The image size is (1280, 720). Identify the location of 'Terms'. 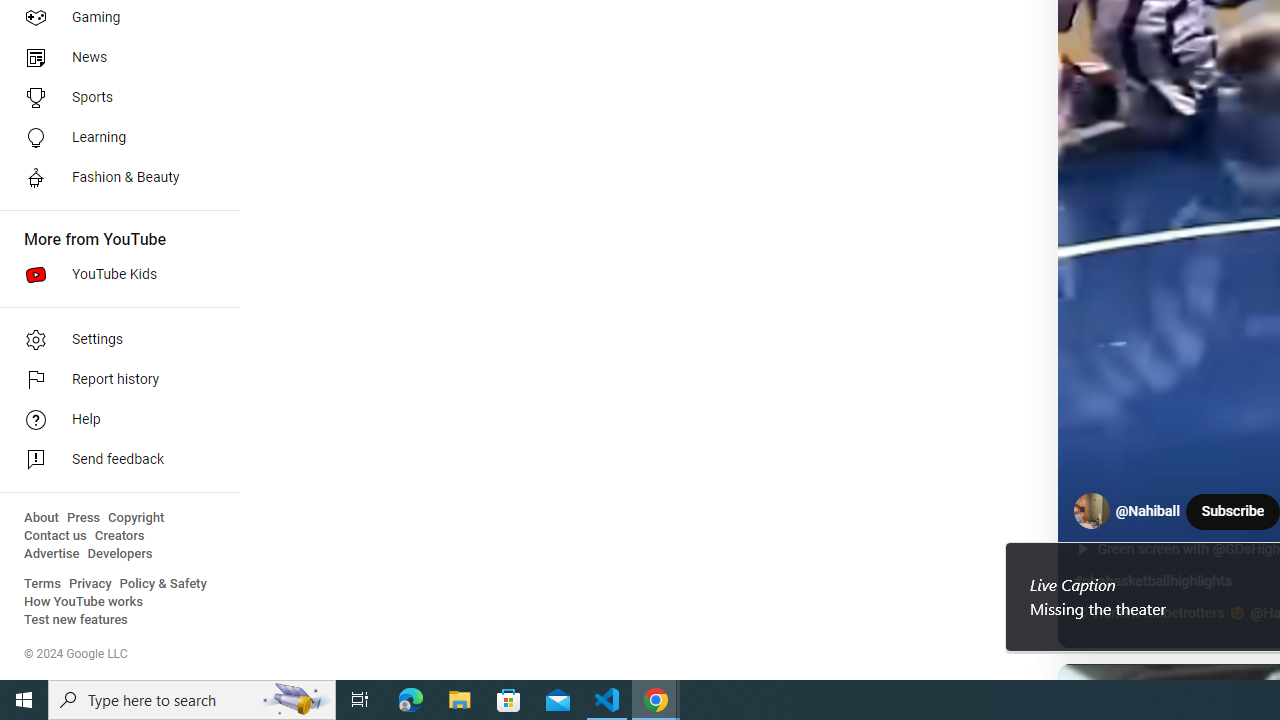
(42, 584).